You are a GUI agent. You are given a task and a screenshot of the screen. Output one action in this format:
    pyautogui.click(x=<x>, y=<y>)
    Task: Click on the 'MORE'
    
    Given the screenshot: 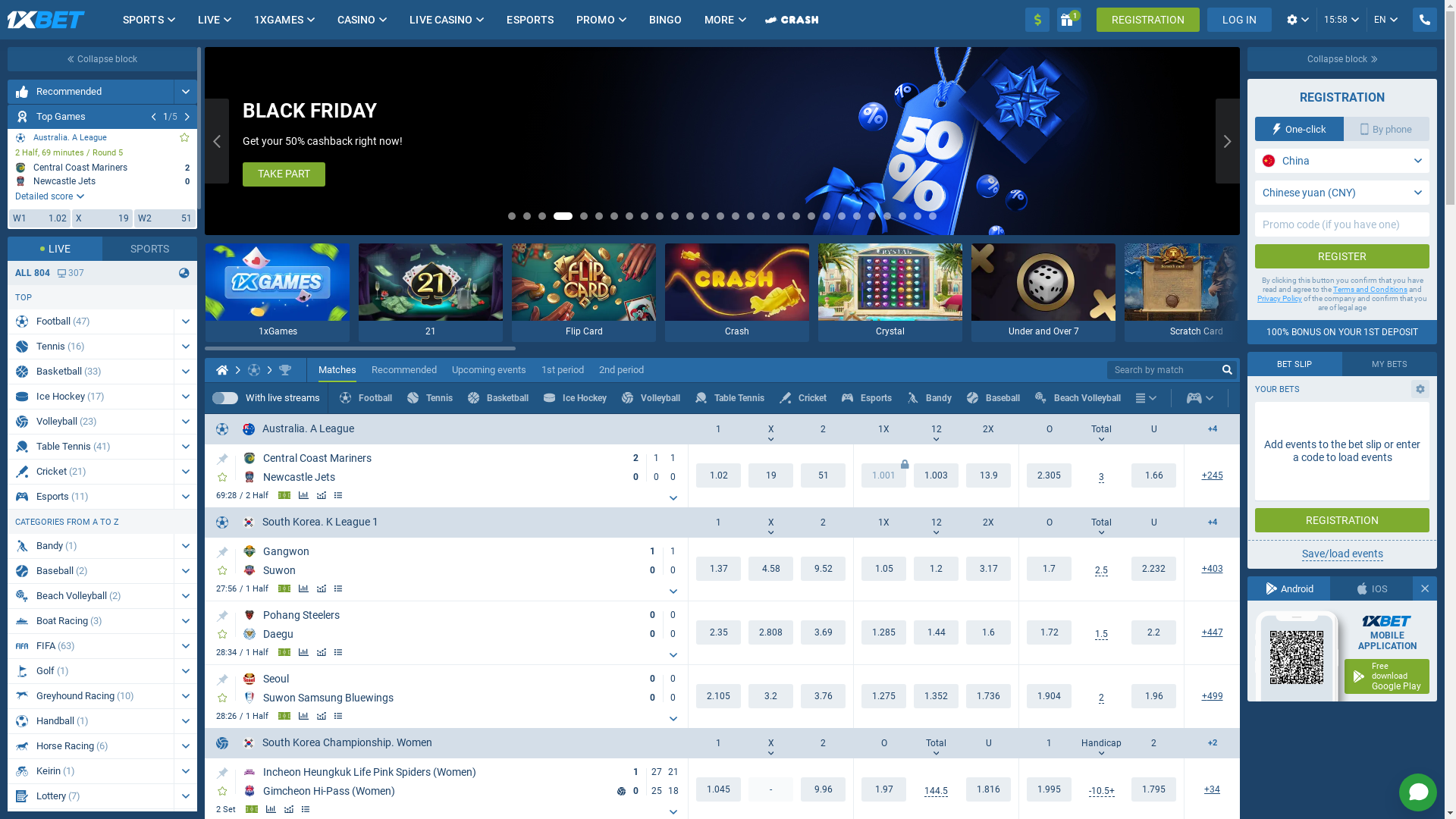 What is the action you would take?
    pyautogui.click(x=718, y=20)
    